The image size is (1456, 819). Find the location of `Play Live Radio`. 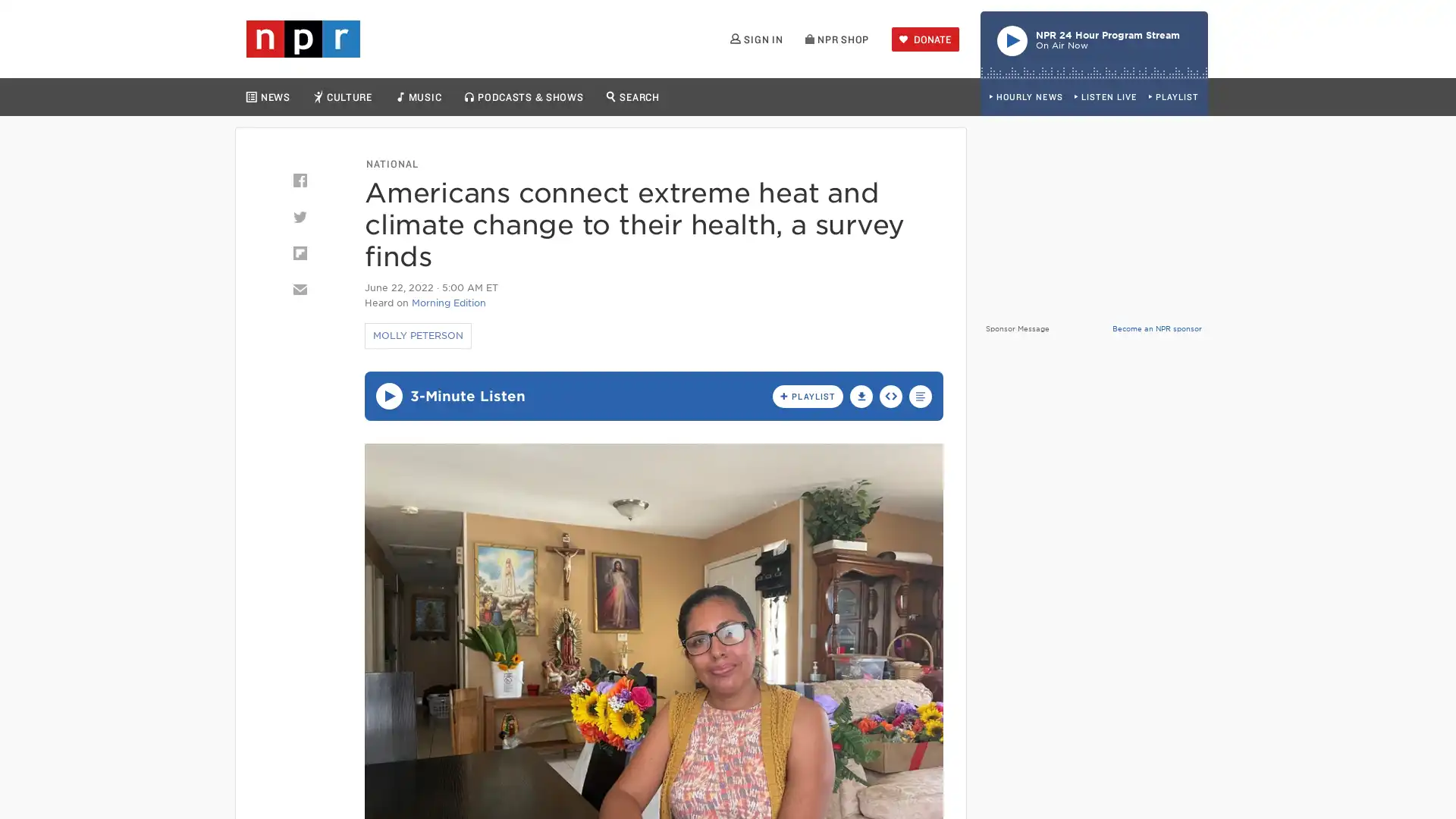

Play Live Radio is located at coordinates (1094, 43).